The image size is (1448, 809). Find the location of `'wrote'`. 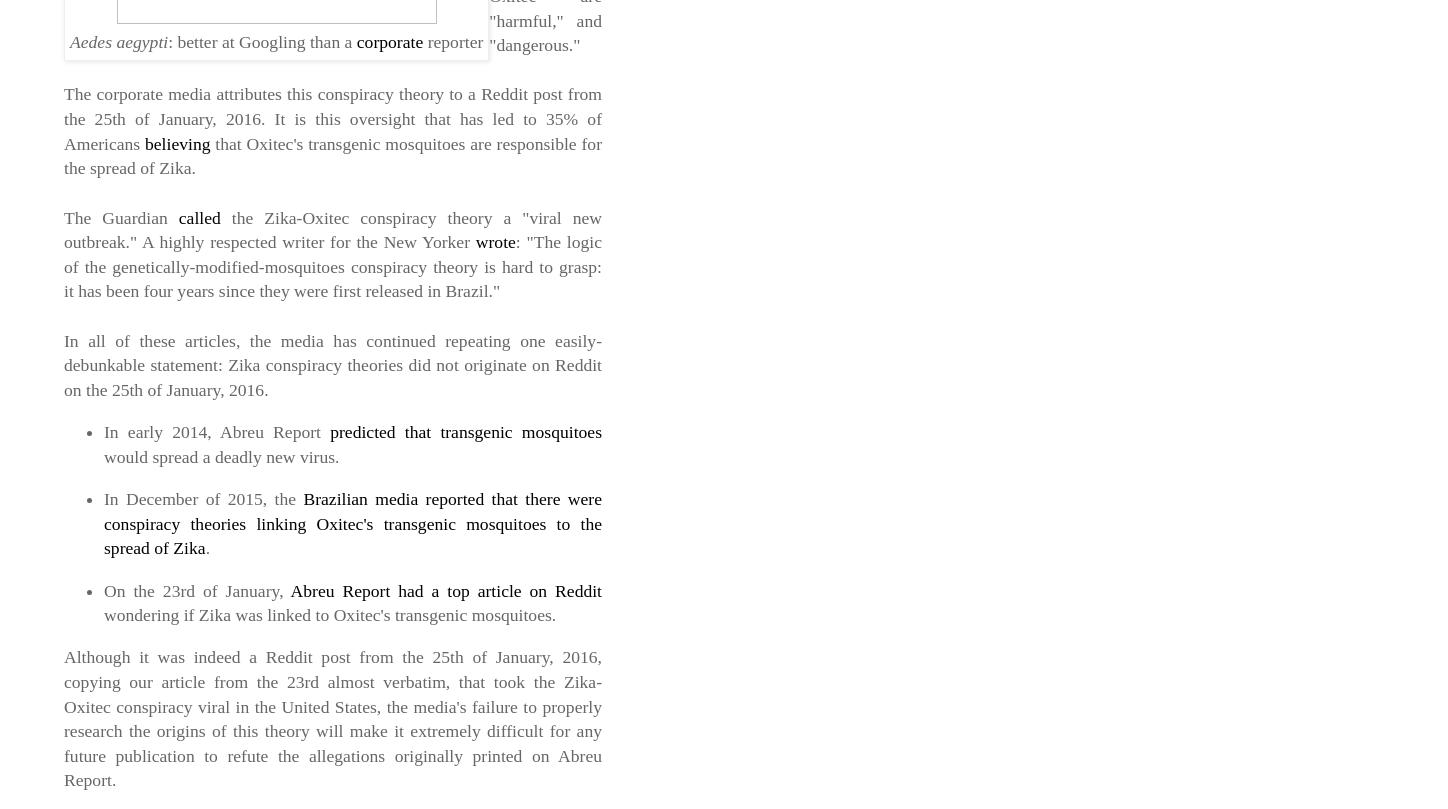

'wrote' is located at coordinates (473, 240).